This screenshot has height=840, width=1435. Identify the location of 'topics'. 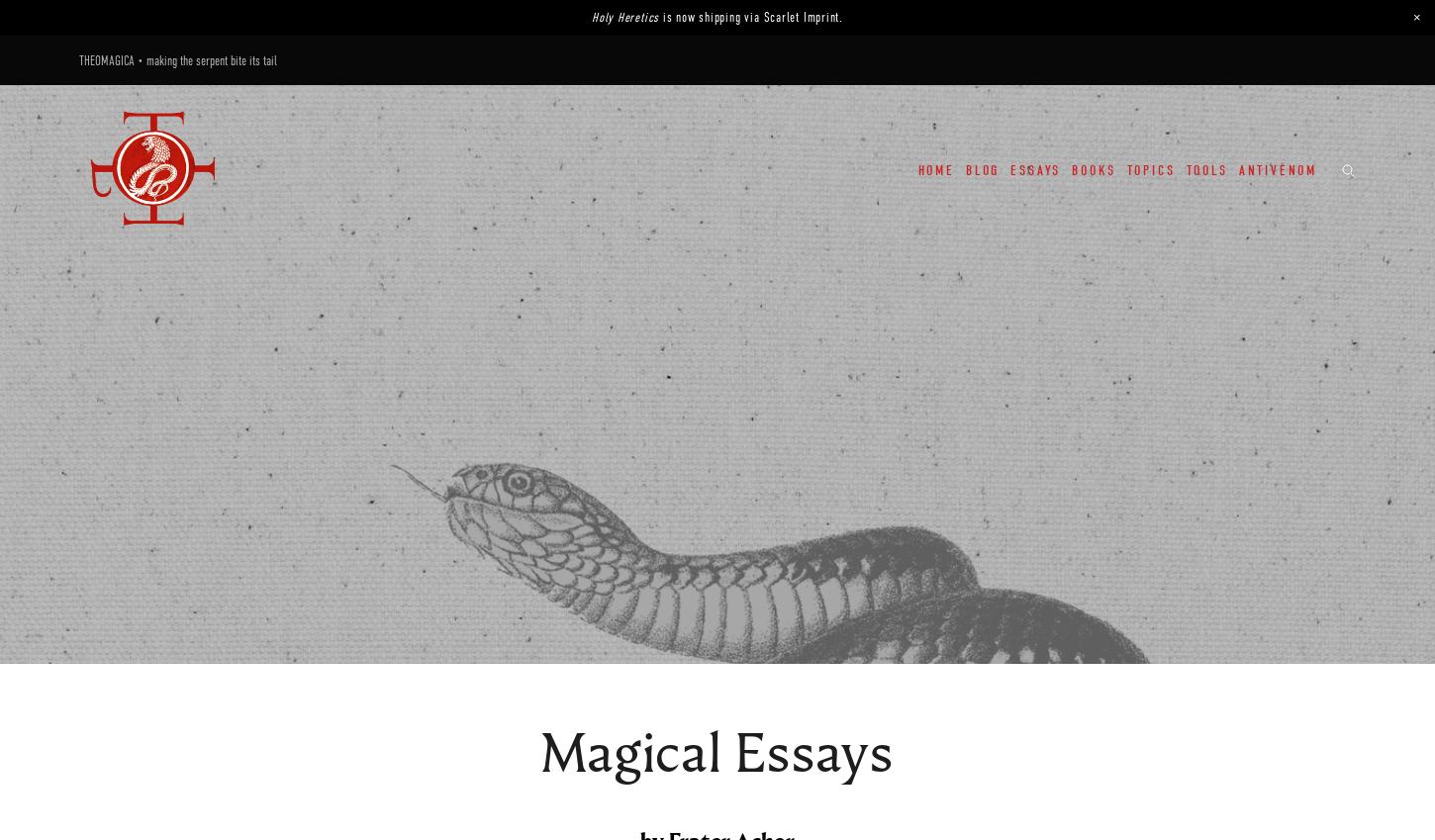
(1149, 169).